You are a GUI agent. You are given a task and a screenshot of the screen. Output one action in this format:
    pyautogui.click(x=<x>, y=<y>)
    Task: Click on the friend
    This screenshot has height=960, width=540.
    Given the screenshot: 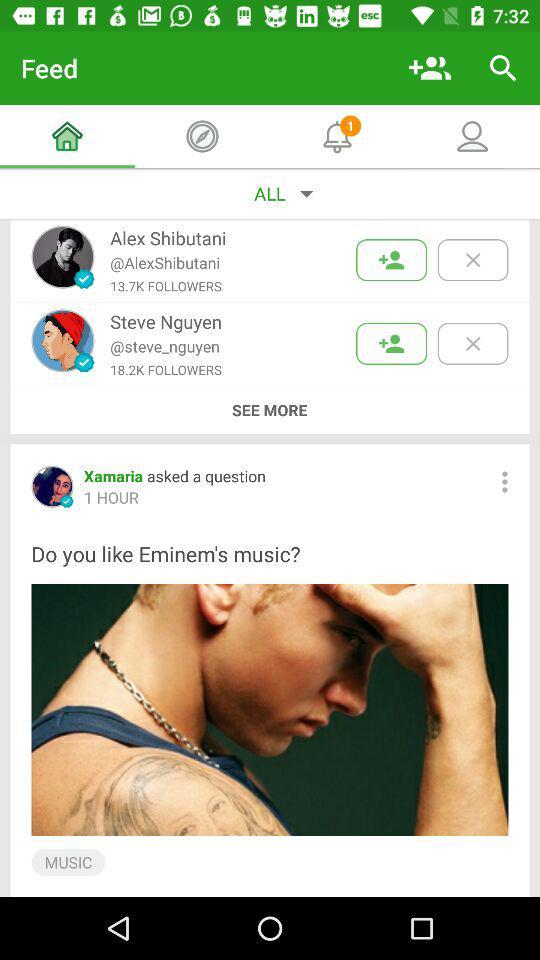 What is the action you would take?
    pyautogui.click(x=391, y=343)
    